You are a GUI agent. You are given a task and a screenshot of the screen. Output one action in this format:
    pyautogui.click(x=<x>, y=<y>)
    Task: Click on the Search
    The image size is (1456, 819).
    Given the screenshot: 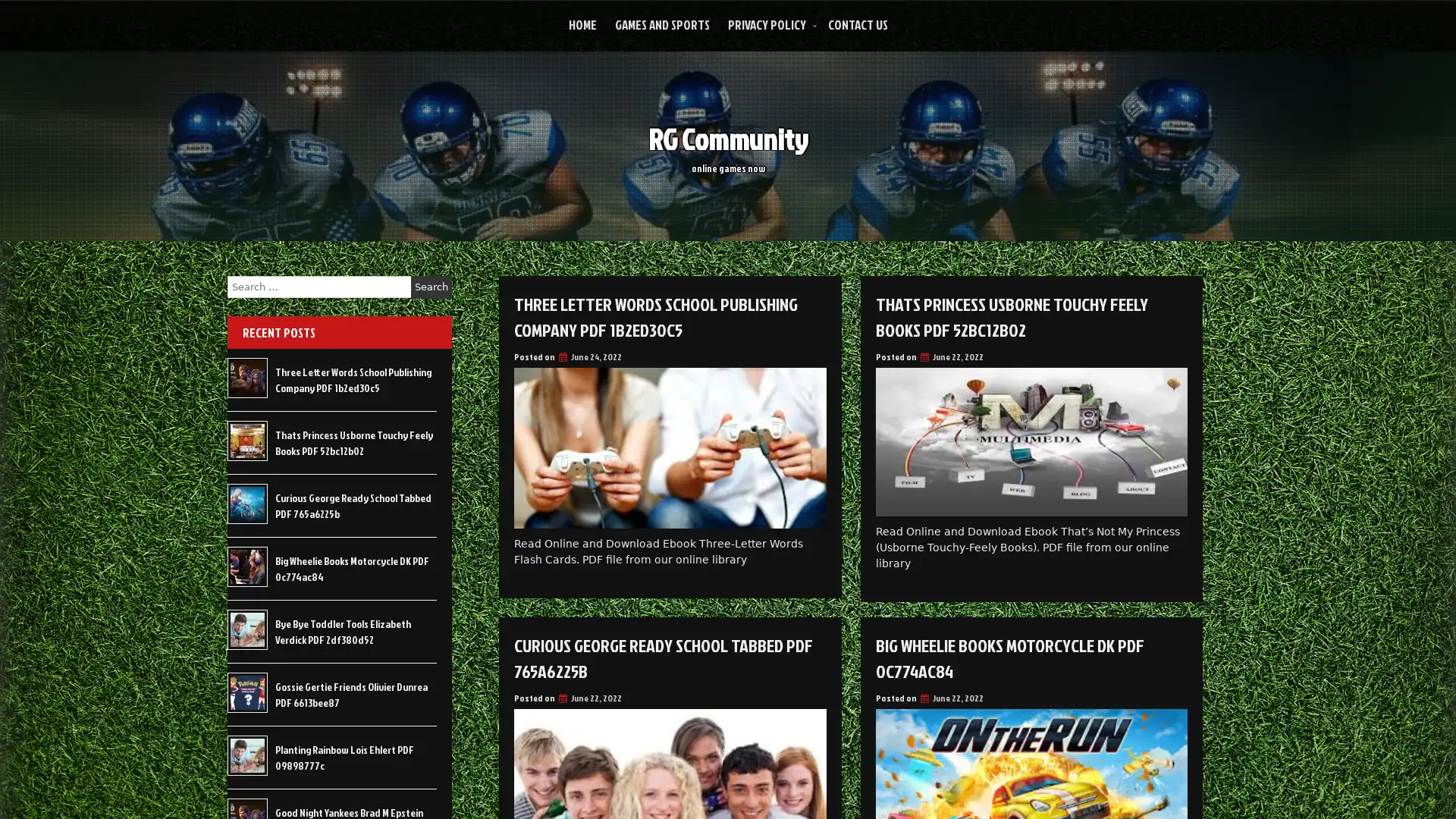 What is the action you would take?
    pyautogui.click(x=431, y=287)
    